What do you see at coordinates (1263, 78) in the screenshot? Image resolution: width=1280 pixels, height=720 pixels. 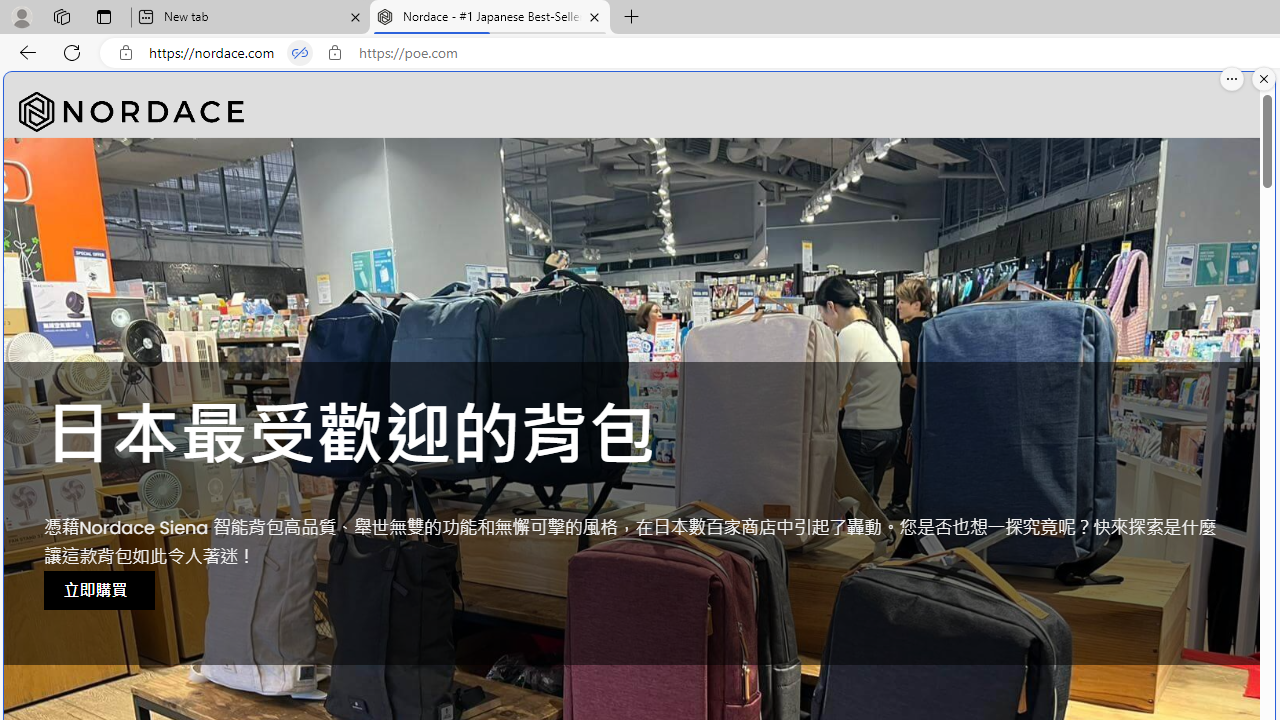 I see `'Close split screen.'` at bounding box center [1263, 78].